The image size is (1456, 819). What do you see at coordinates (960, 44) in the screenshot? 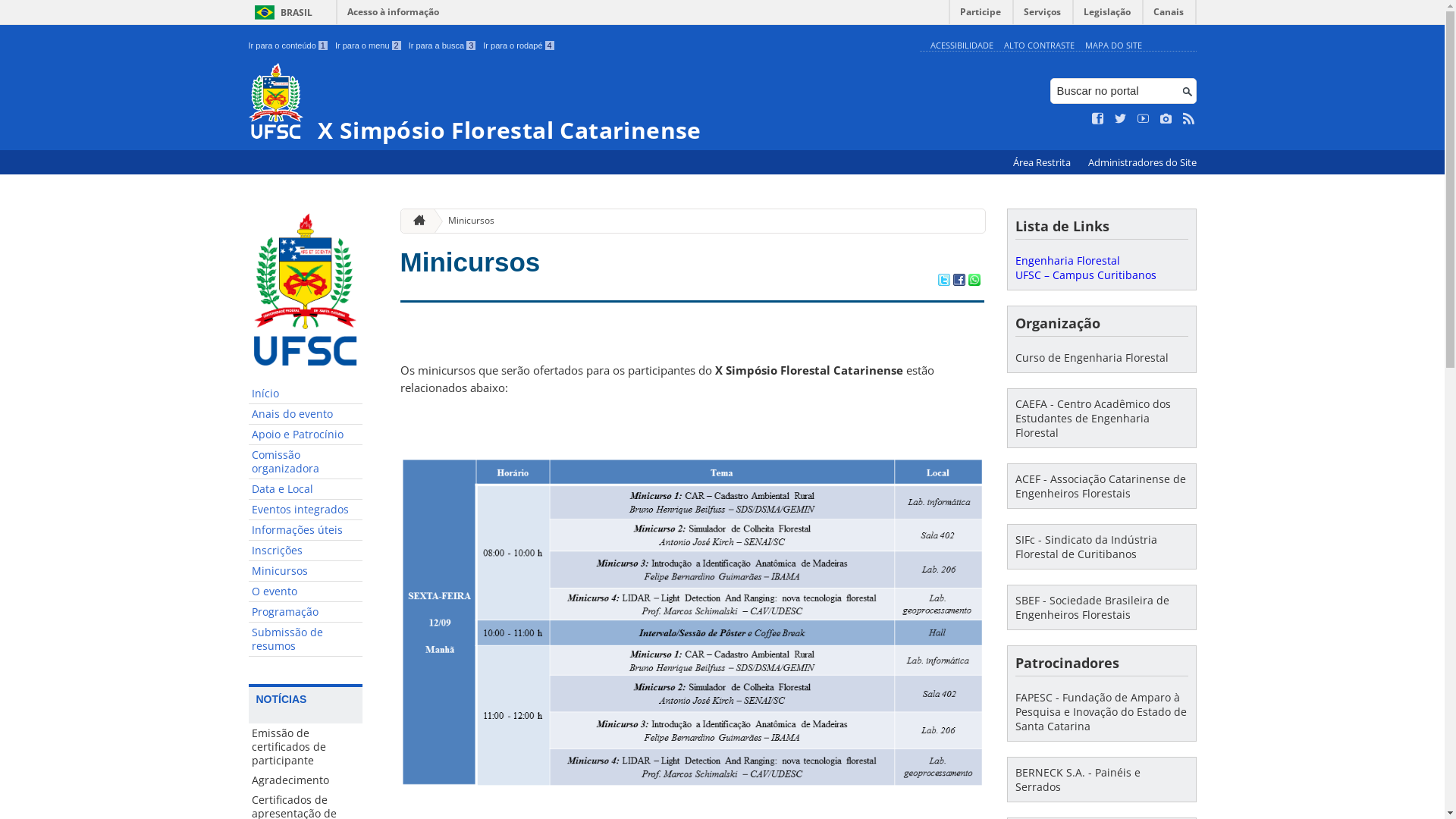
I see `'ACESSIBILIDADE'` at bounding box center [960, 44].